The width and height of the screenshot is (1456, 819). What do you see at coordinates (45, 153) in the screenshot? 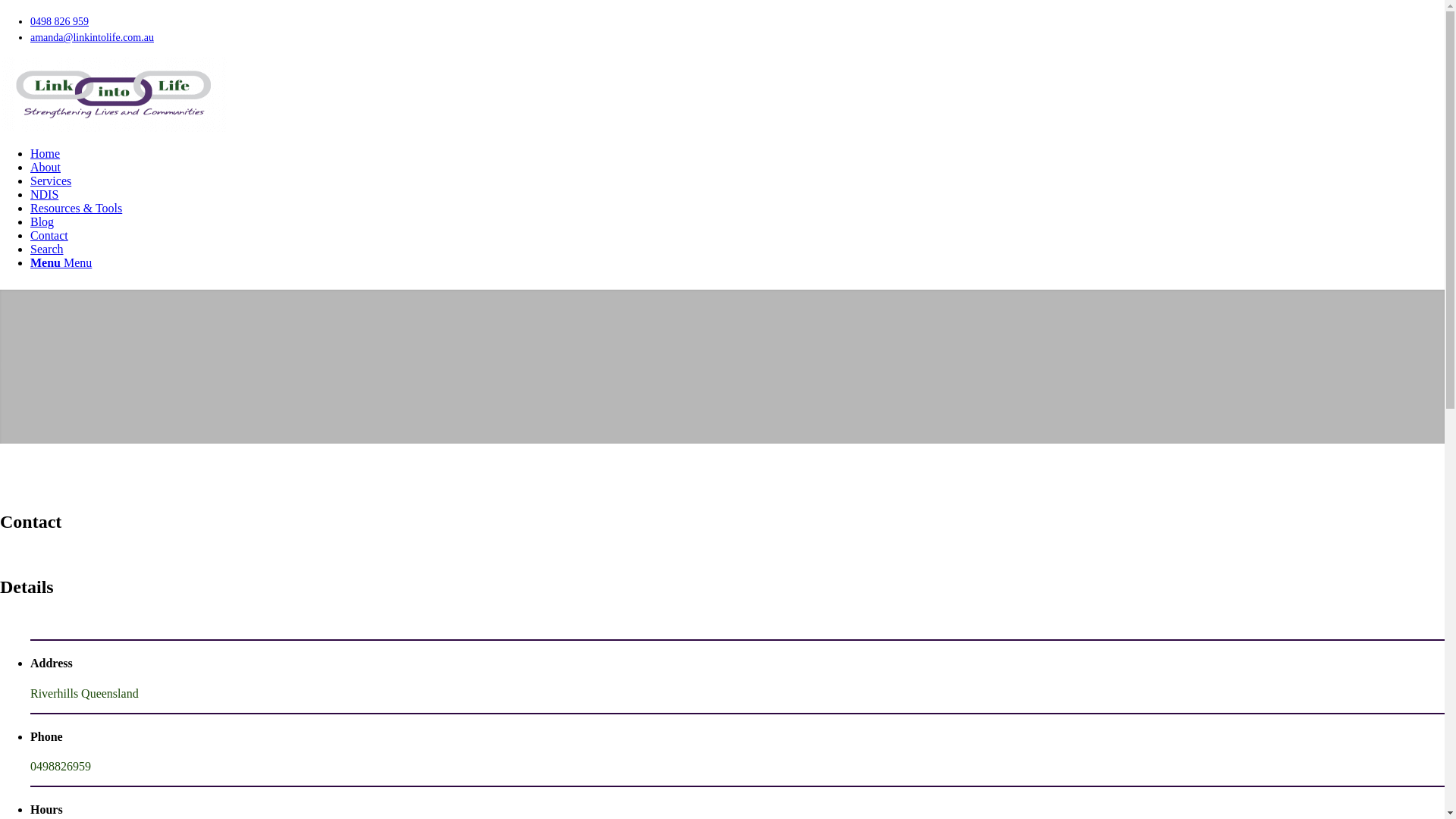
I see `'Home'` at bounding box center [45, 153].